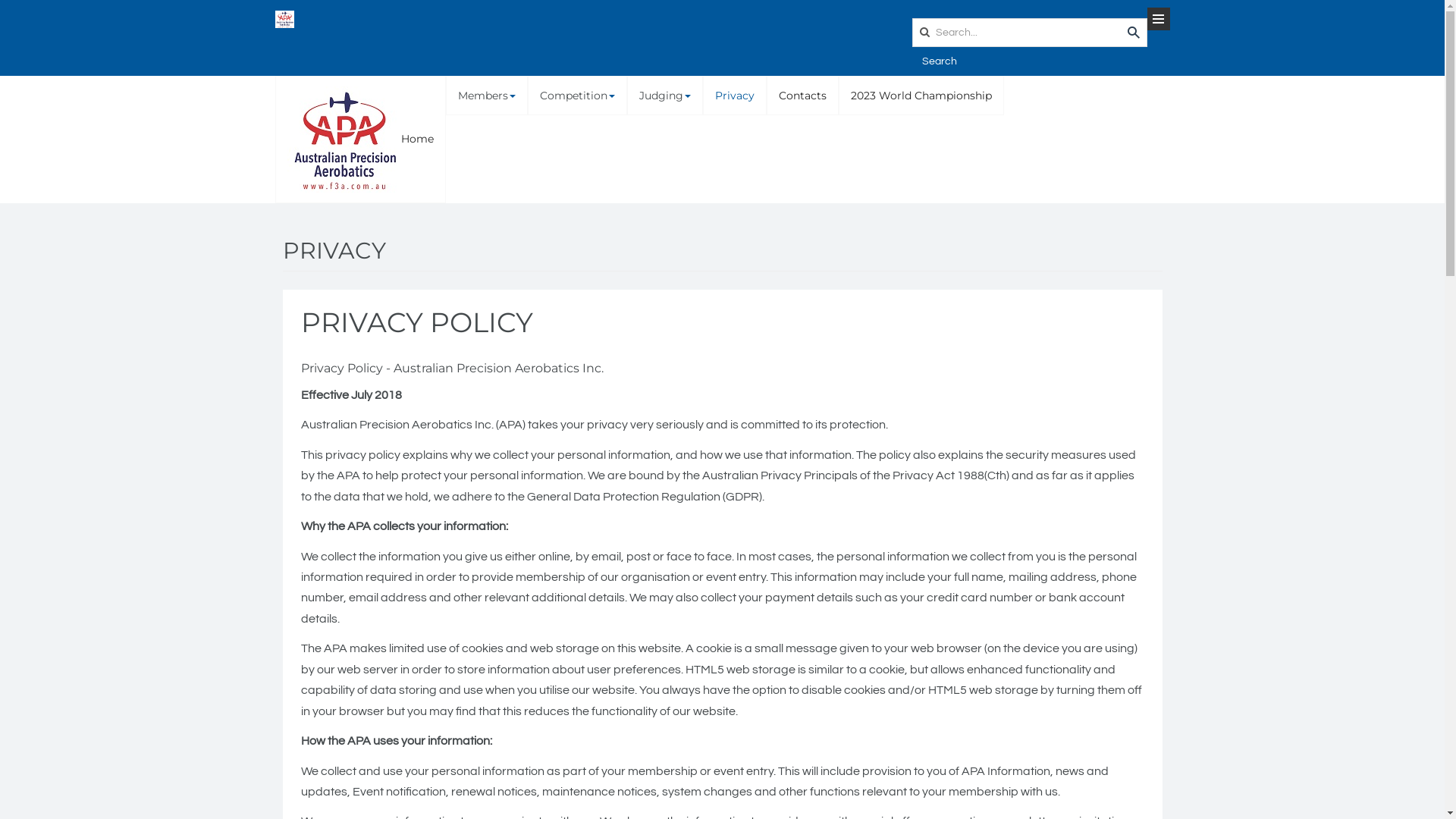 The width and height of the screenshot is (1456, 819). I want to click on 'Privacy', so click(735, 96).